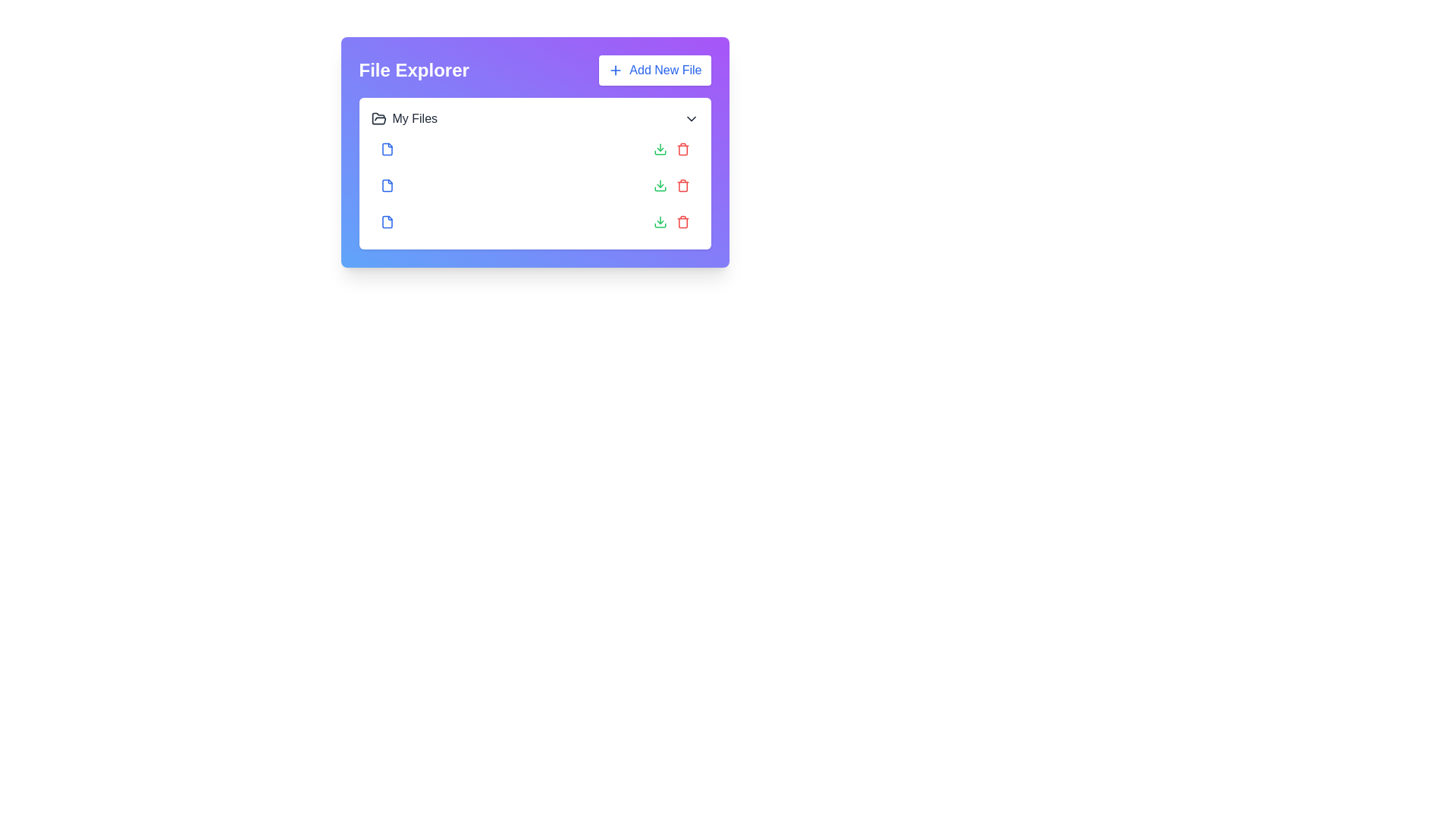  What do you see at coordinates (387, 222) in the screenshot?
I see `the file icon representing 'Presentation.pptx' in the file explorer` at bounding box center [387, 222].